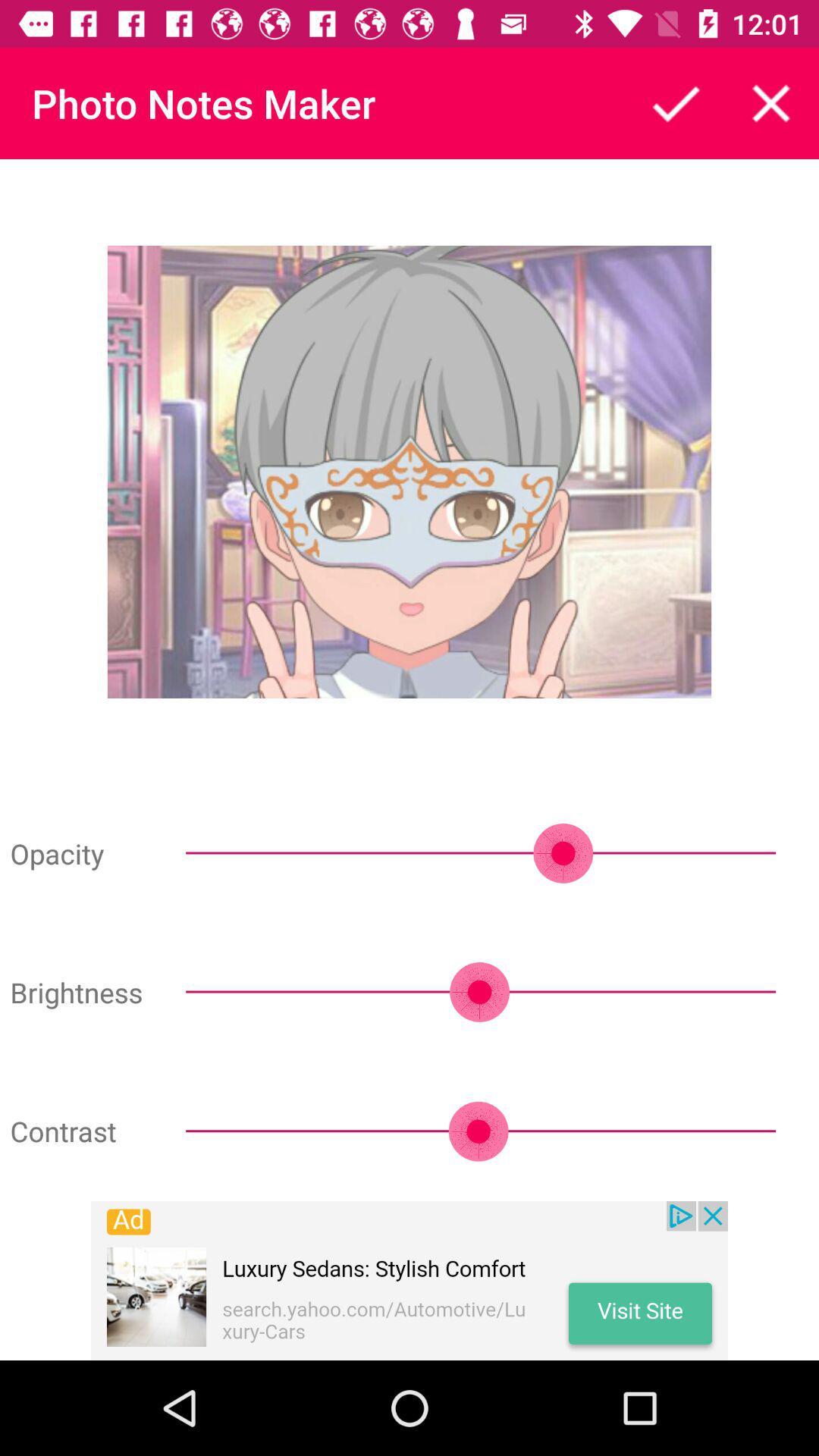 The image size is (819, 1456). What do you see at coordinates (409, 1280) in the screenshot?
I see `open advertisement` at bounding box center [409, 1280].